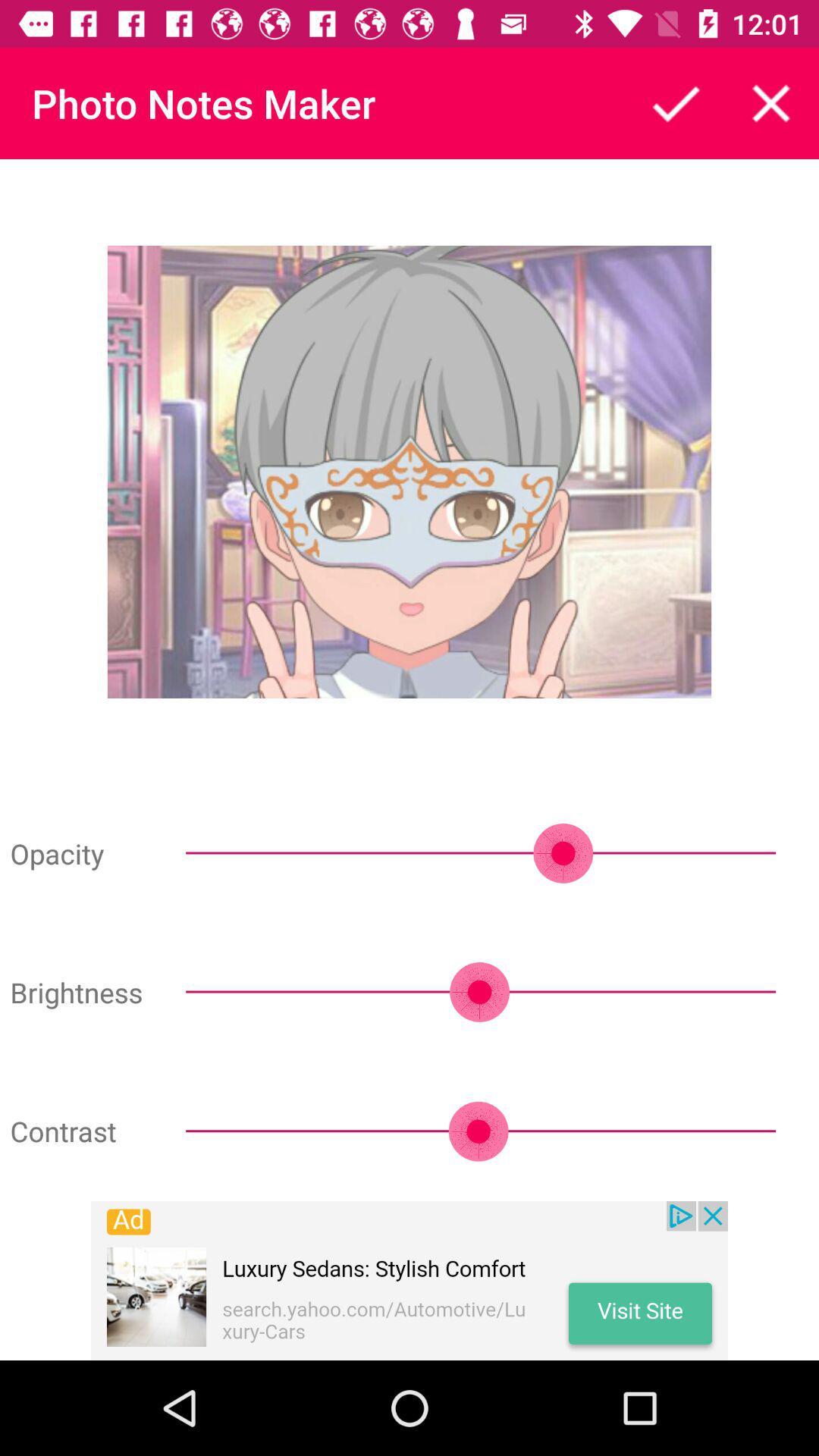 The image size is (819, 1456). What do you see at coordinates (409, 1280) in the screenshot?
I see `open advertisement` at bounding box center [409, 1280].